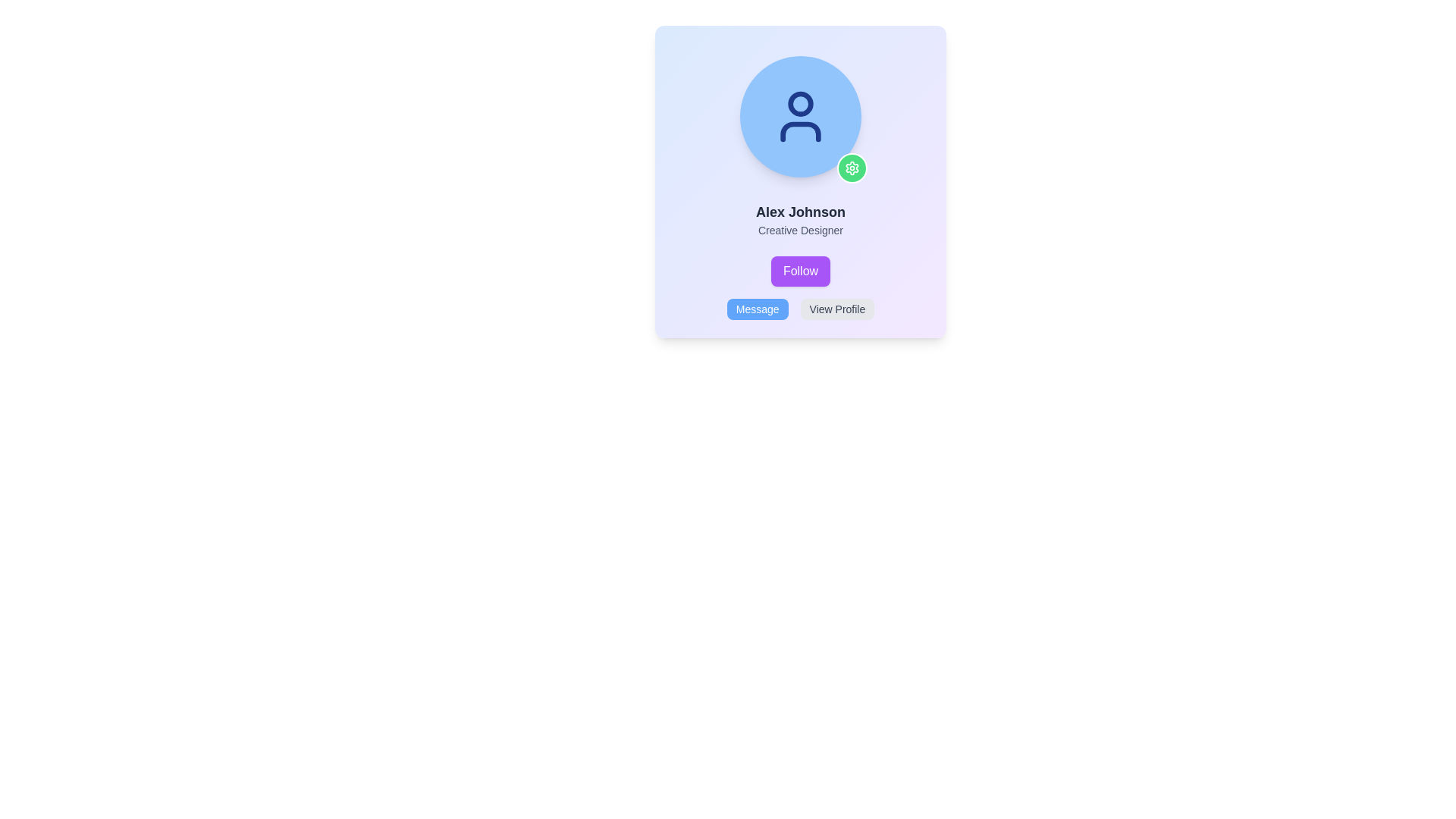 This screenshot has width=1456, height=819. Describe the element at coordinates (836, 309) in the screenshot. I see `the second button in the horizontal row at the bottom of the user card, which navigates to the user's profile view` at that location.